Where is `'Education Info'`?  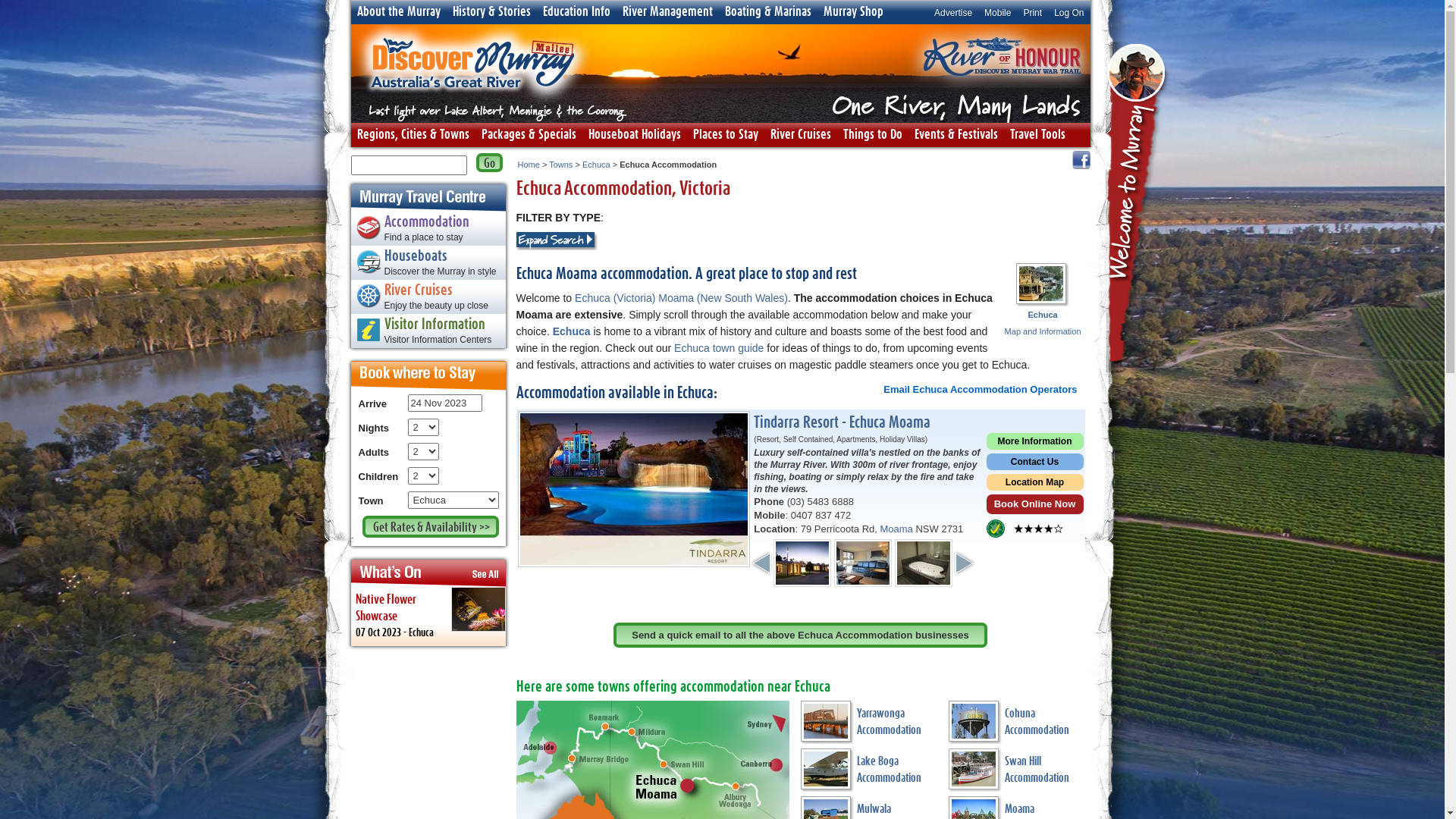
'Education Info' is located at coordinates (576, 11).